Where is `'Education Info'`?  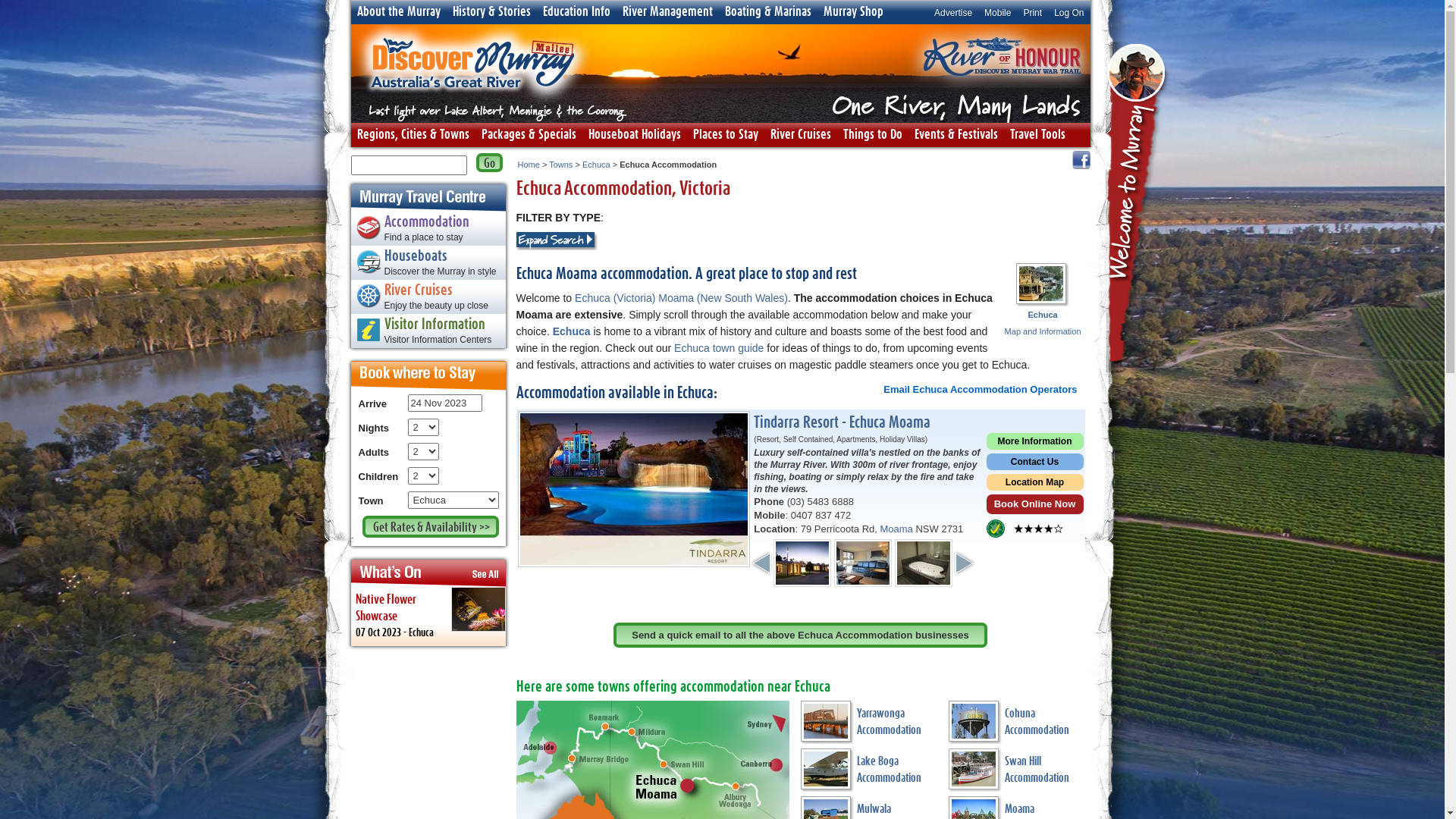
'Education Info' is located at coordinates (576, 11).